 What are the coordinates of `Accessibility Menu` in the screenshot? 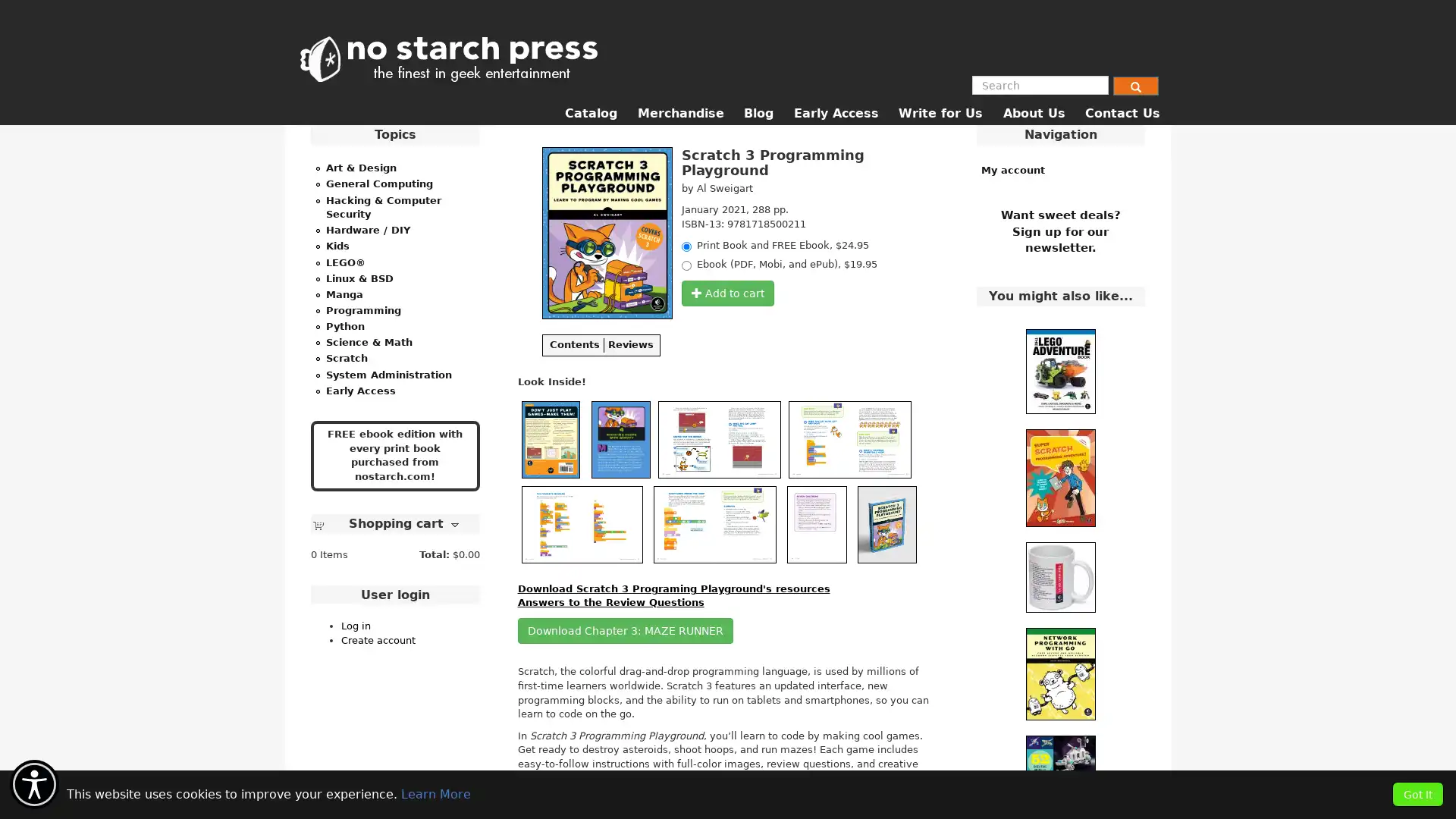 It's located at (34, 784).